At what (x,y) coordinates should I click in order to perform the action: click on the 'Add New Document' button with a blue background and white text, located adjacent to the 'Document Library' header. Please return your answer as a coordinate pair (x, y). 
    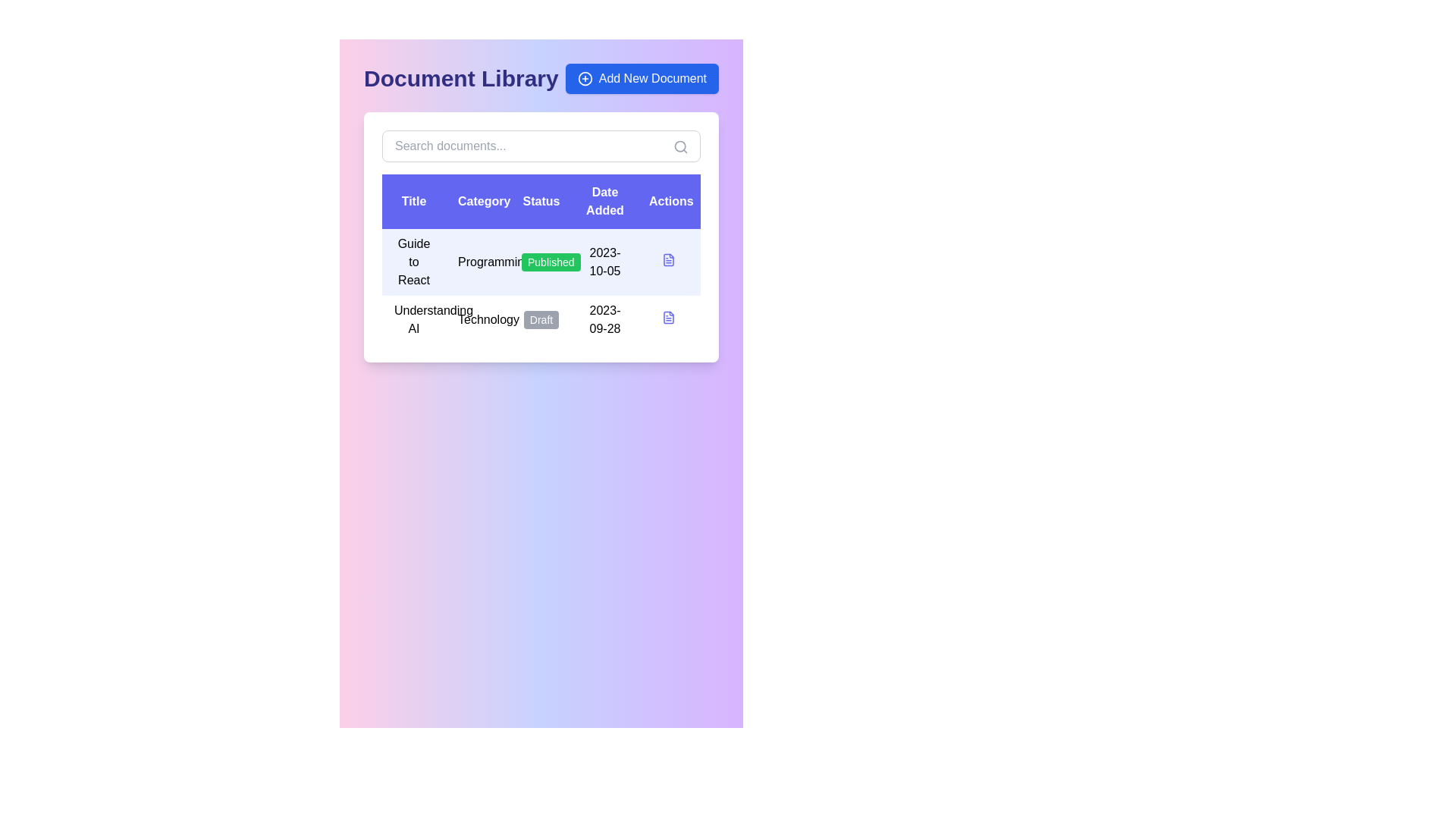
    Looking at the image, I should click on (642, 79).